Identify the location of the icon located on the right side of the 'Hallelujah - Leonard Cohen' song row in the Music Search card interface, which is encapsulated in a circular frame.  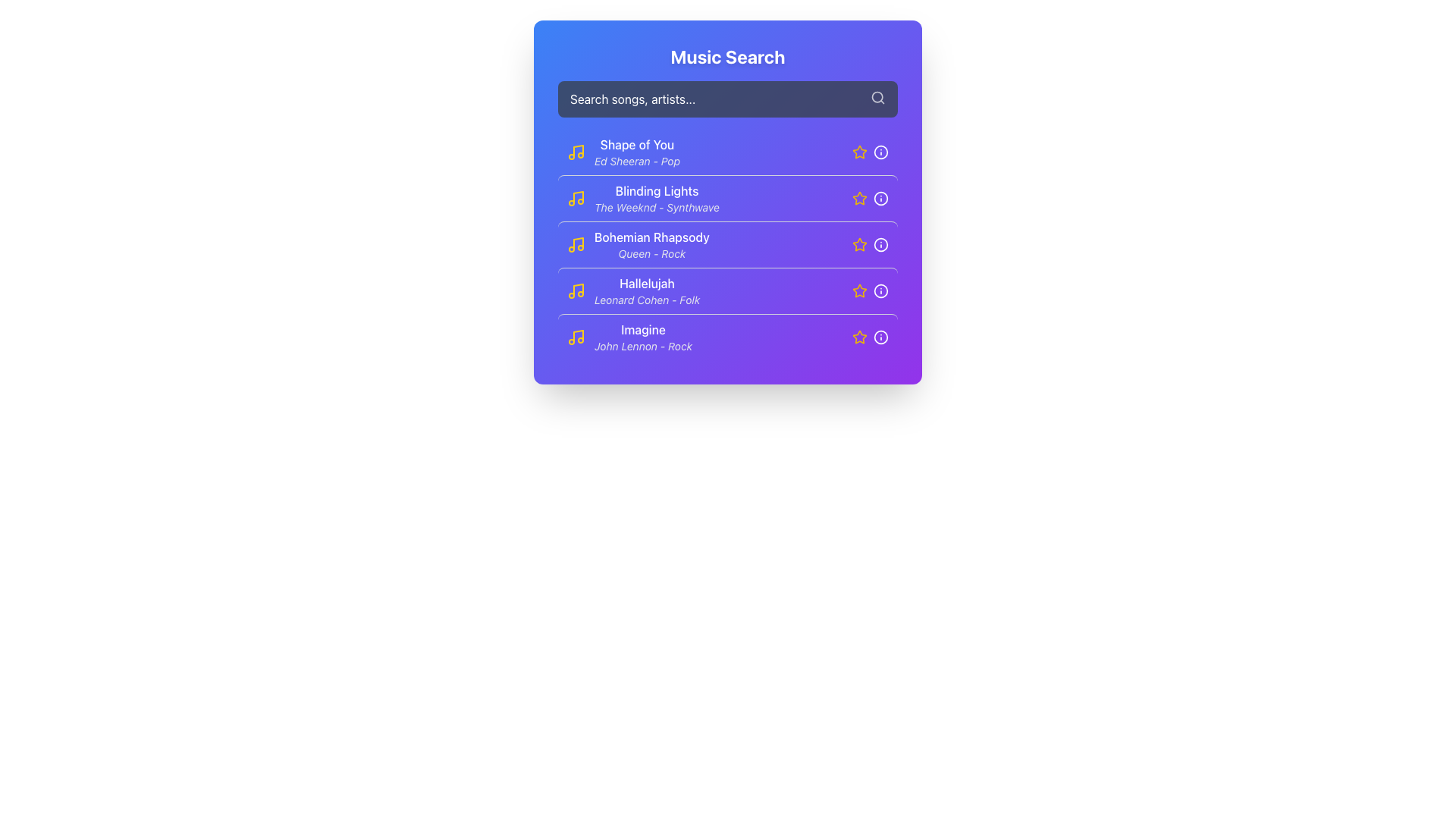
(880, 291).